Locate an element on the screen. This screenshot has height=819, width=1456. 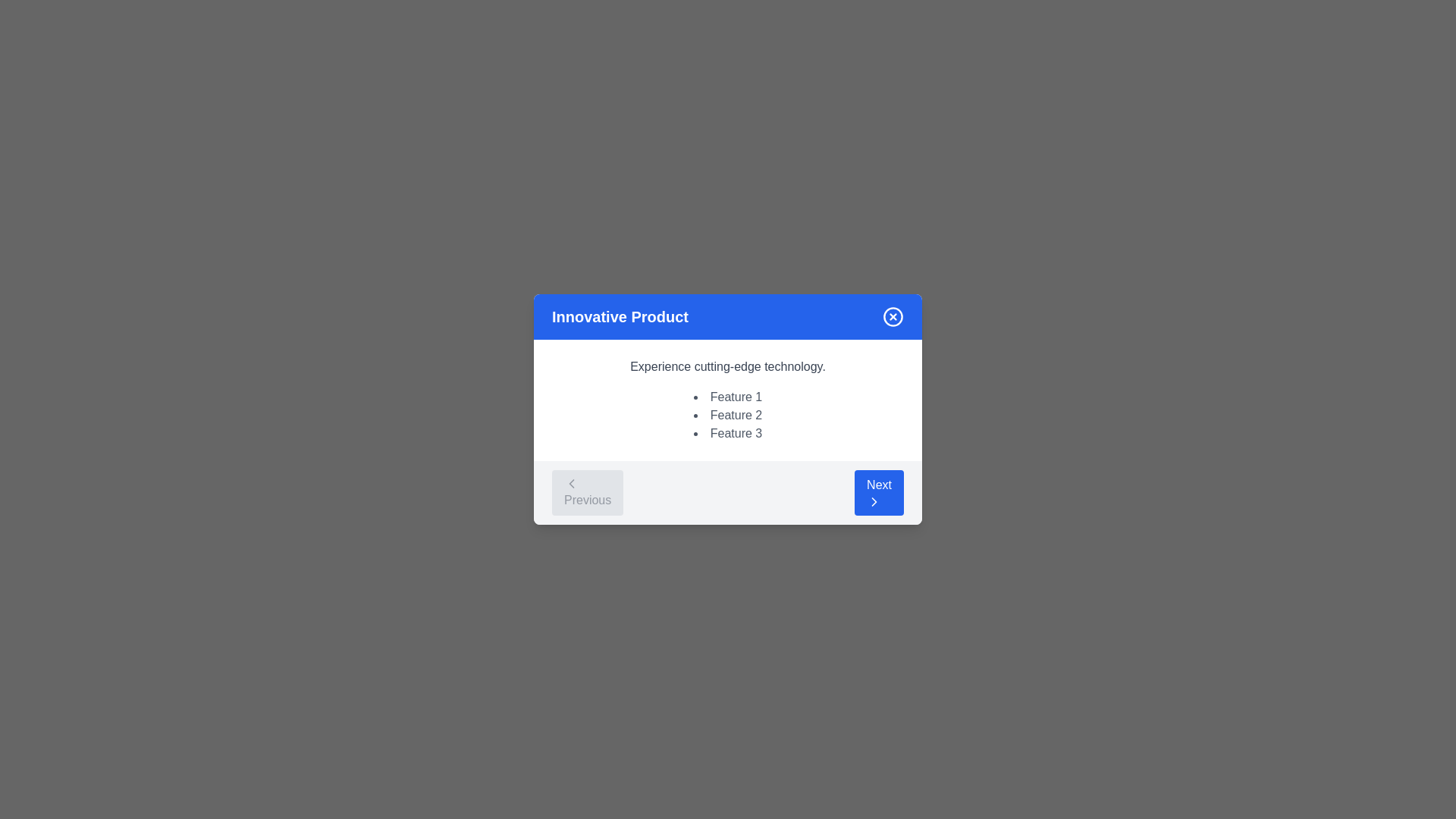
the Text List element located near the center of the modal window, below the header 'Innovative Product' is located at coordinates (728, 409).